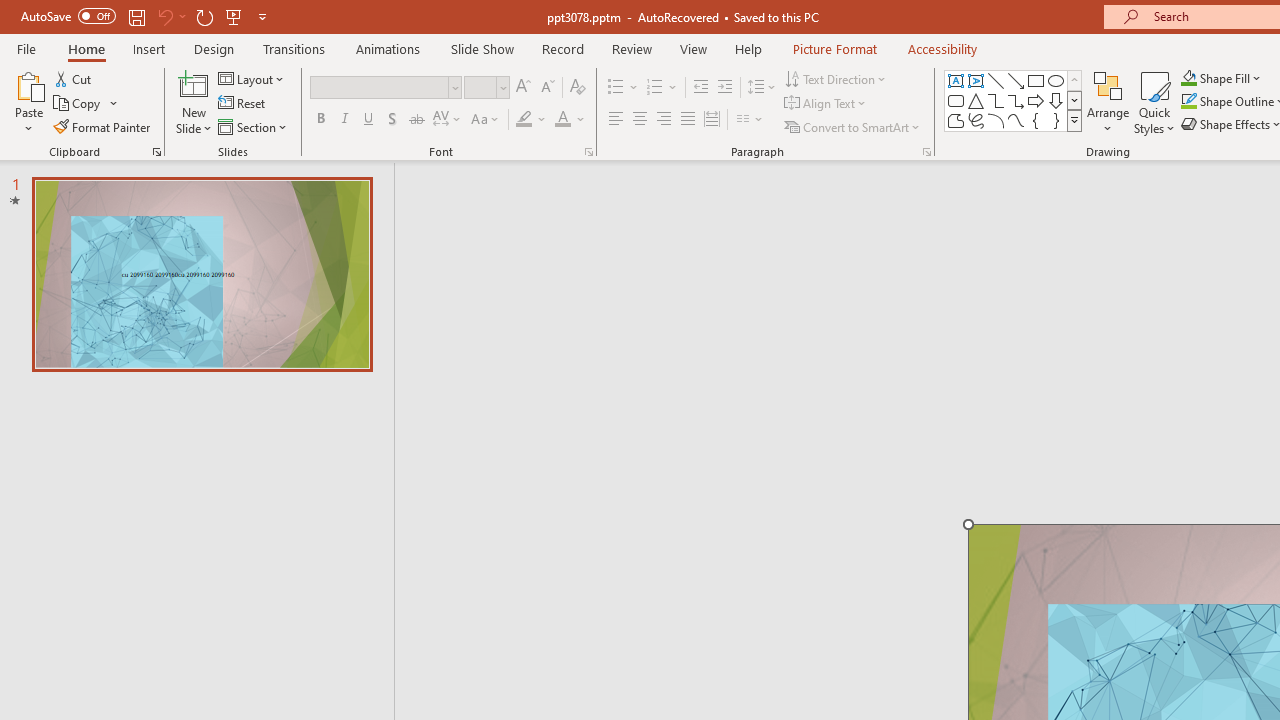 Image resolution: width=1280 pixels, height=720 pixels. Describe the element at coordinates (835, 48) in the screenshot. I see `'Picture Format'` at that location.